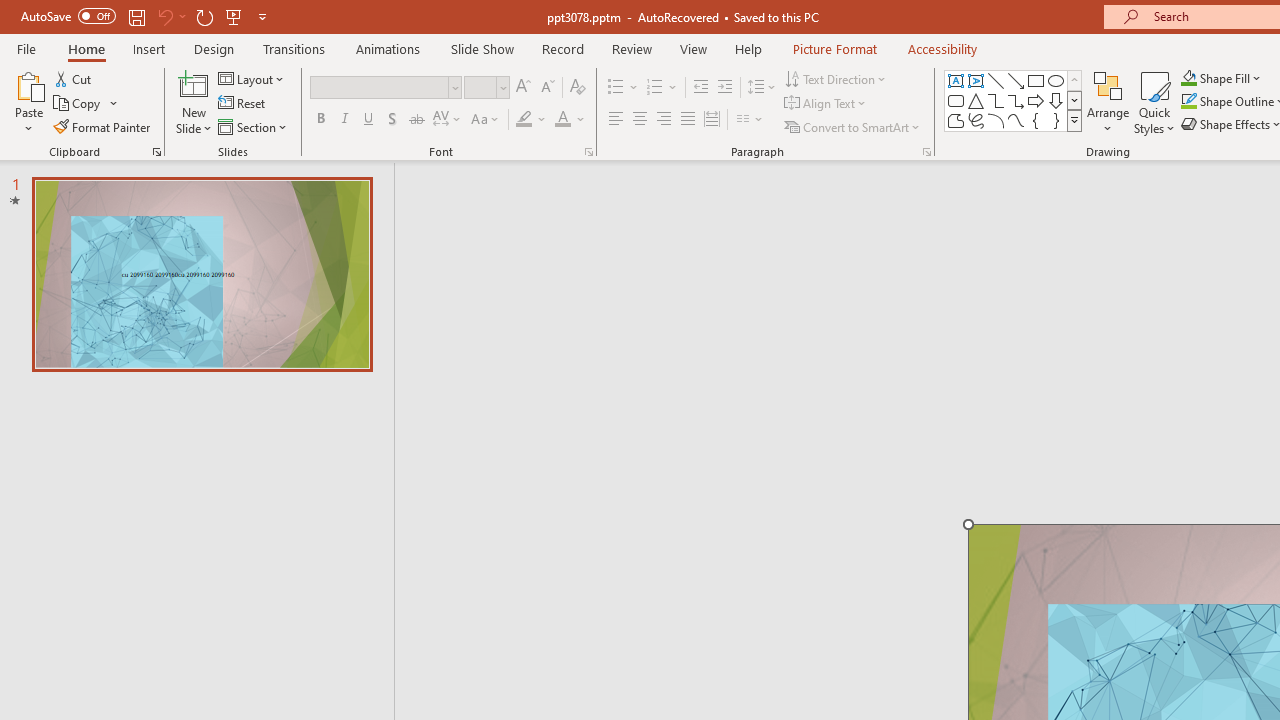 Image resolution: width=1280 pixels, height=720 pixels. Describe the element at coordinates (835, 48) in the screenshot. I see `'Picture Format'` at that location.